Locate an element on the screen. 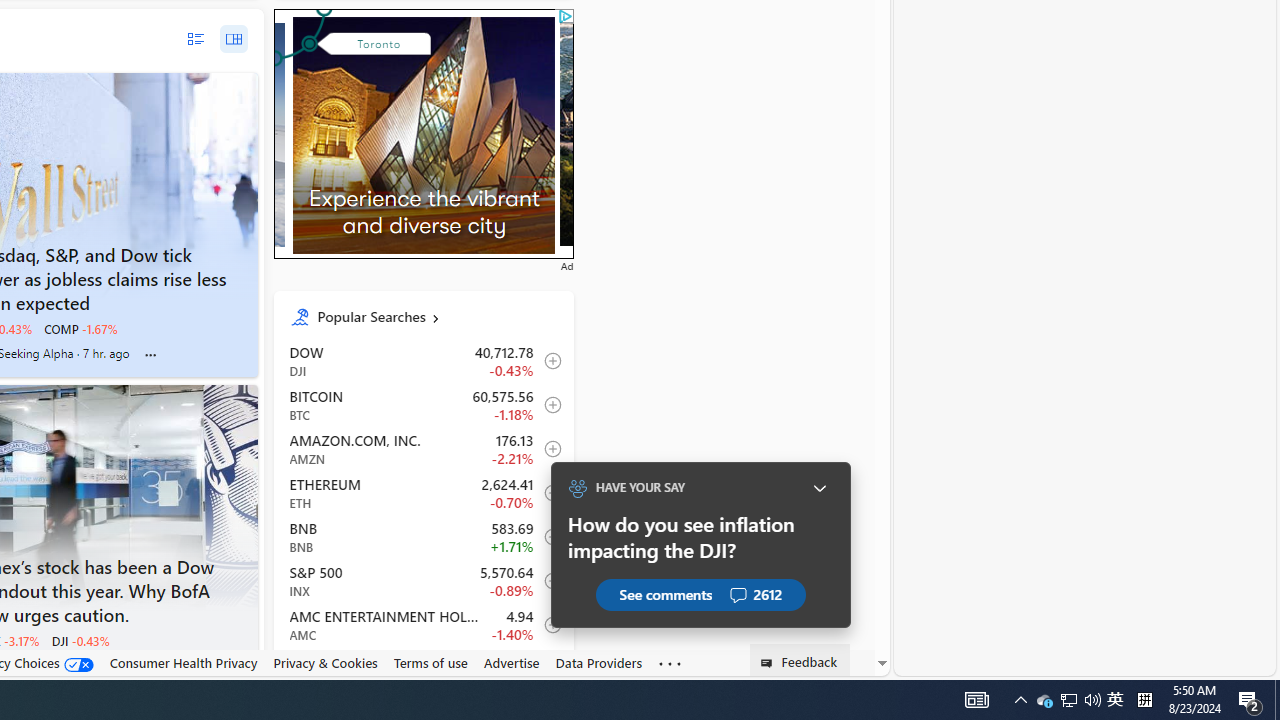 This screenshot has height=720, width=1280. 'list layout' is located at coordinates (195, 39).